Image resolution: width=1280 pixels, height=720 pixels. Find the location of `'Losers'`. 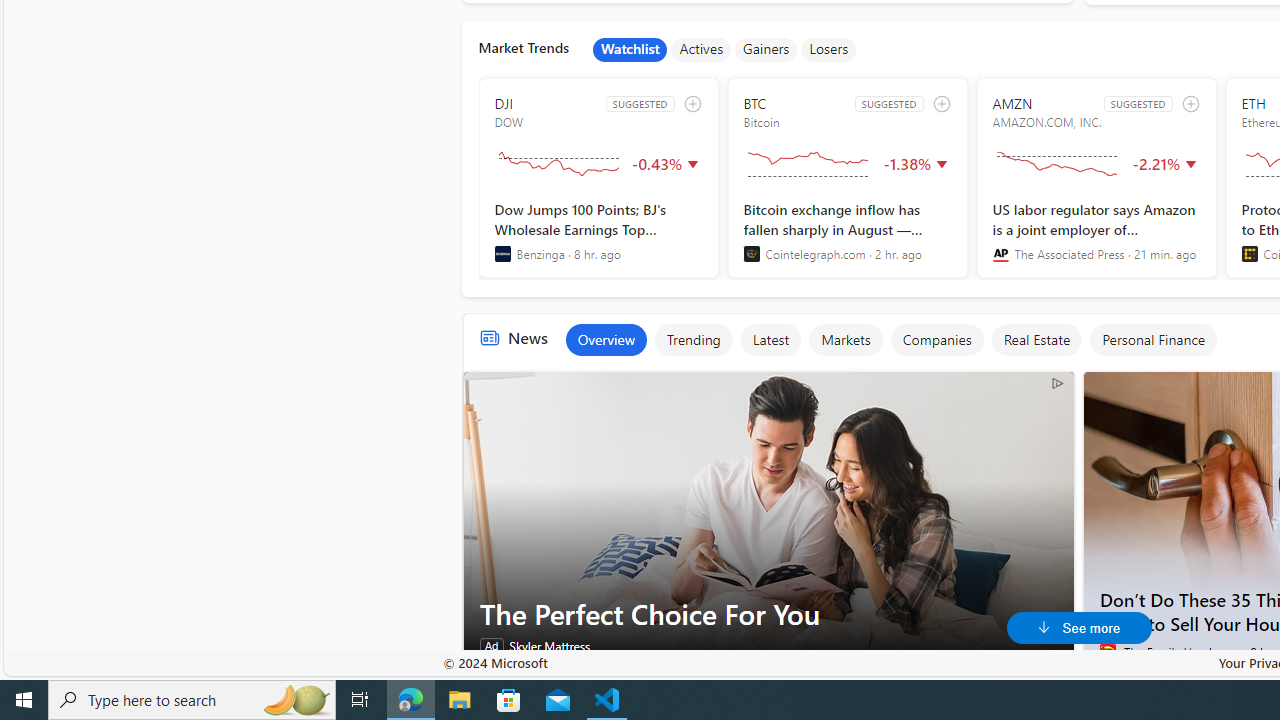

'Losers' is located at coordinates (829, 49).